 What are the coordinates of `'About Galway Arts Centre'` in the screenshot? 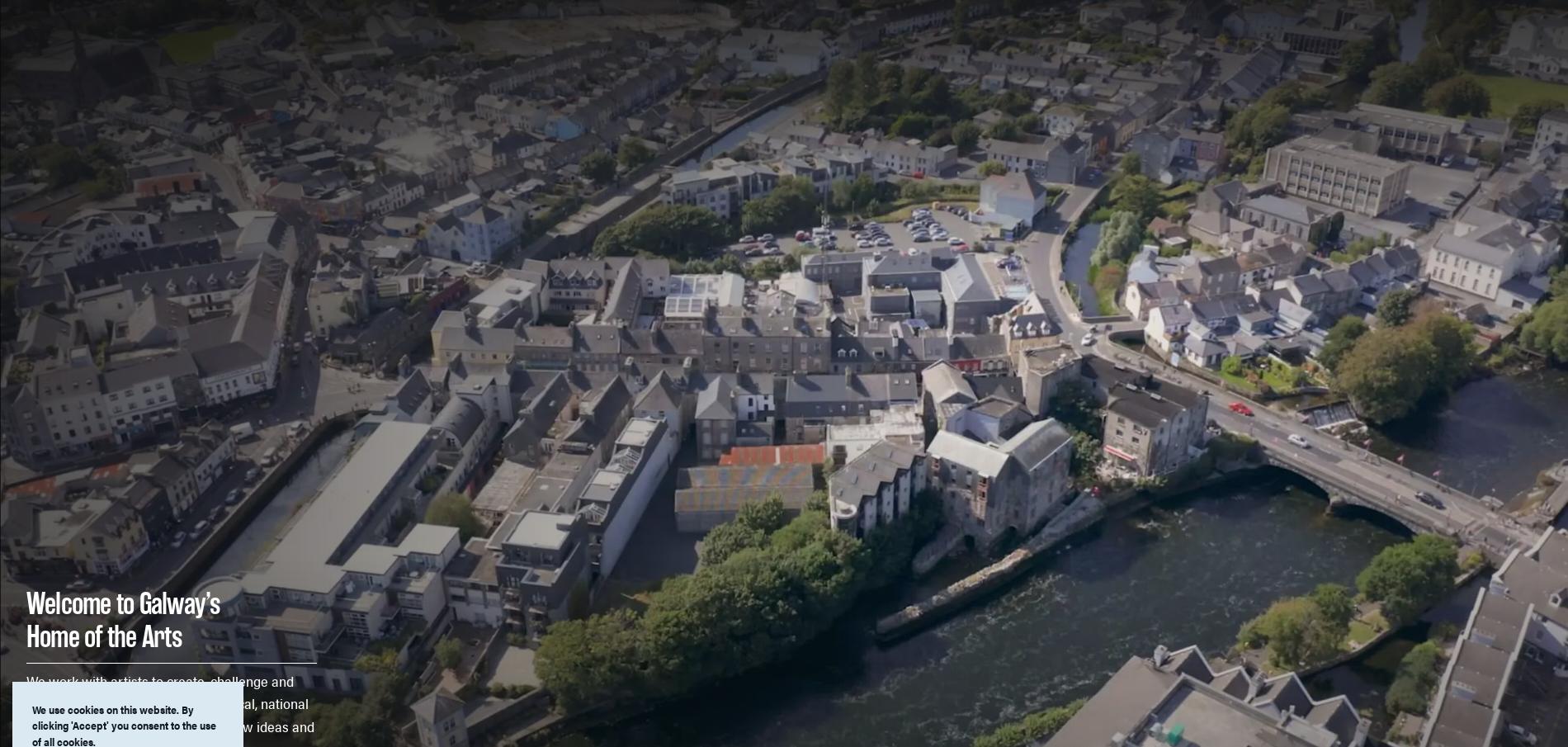 It's located at (1211, 19).